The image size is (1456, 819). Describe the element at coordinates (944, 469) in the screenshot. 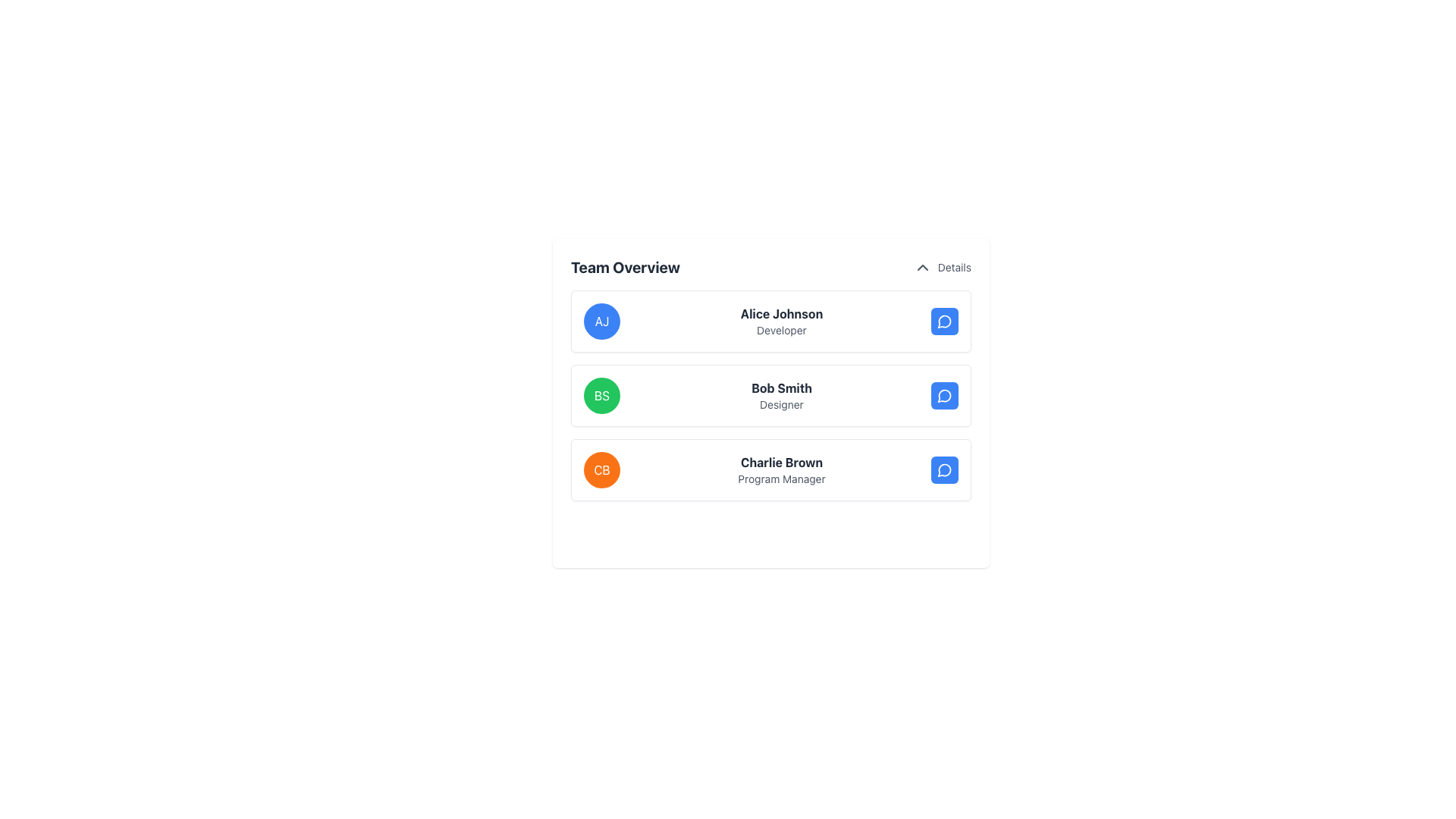

I see `the interactive button located at the top-right corner of the cell for 'Charlie Brown, Program Manager'` at that location.